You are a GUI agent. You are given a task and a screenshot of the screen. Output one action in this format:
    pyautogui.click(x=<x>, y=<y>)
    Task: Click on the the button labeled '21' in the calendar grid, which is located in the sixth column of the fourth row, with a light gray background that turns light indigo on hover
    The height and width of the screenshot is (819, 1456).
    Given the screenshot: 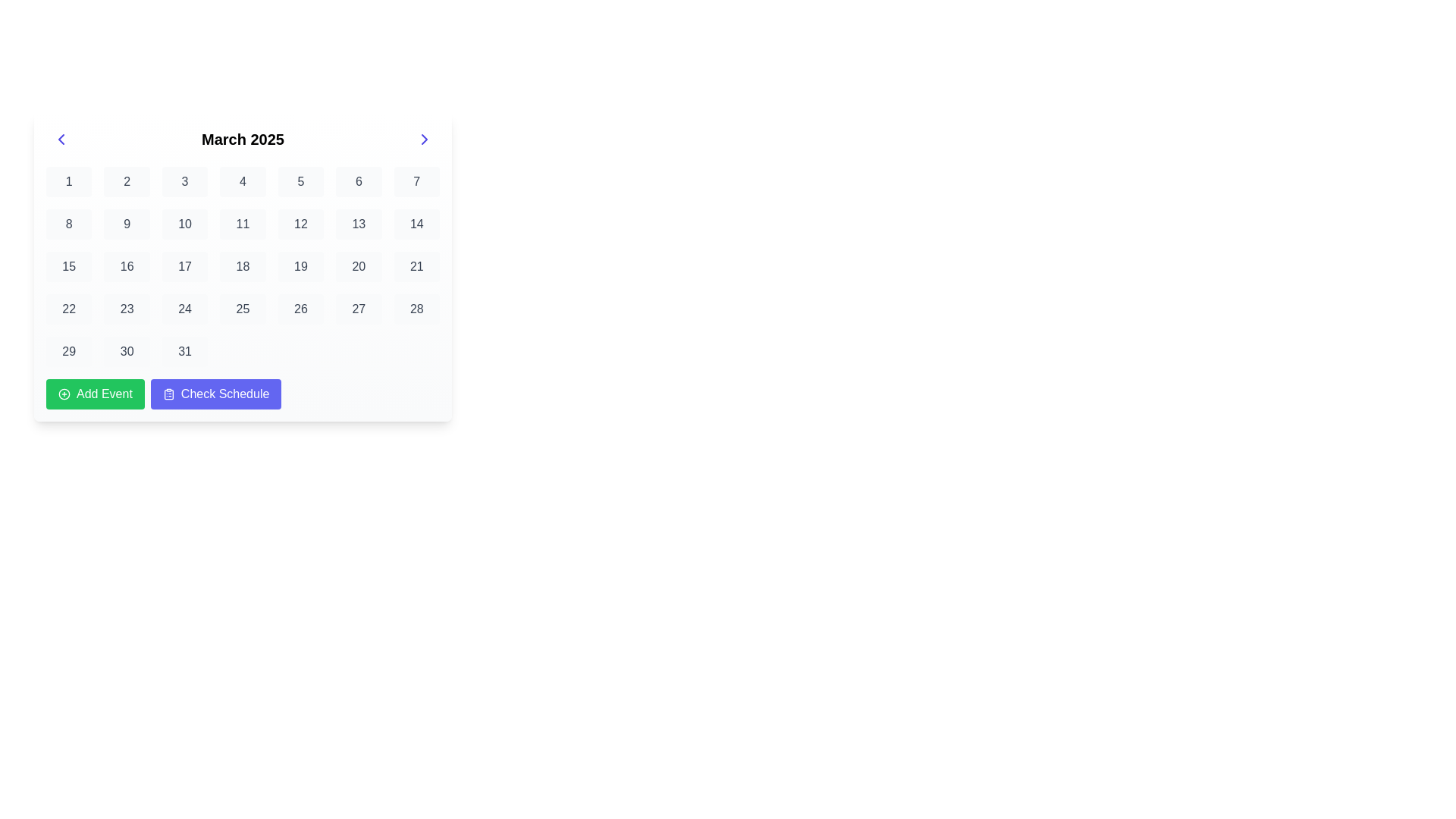 What is the action you would take?
    pyautogui.click(x=416, y=265)
    